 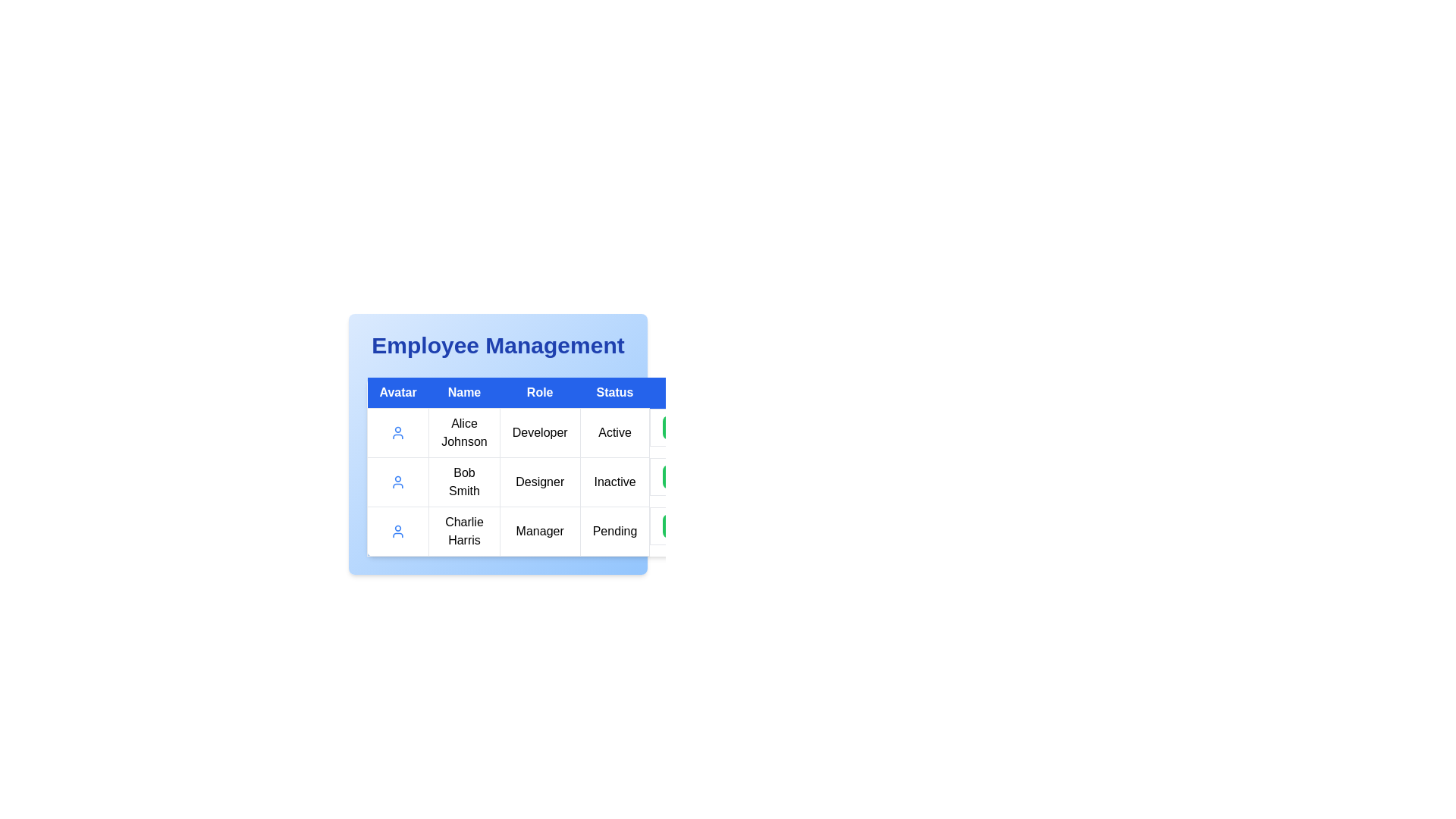 I want to click on the non-interactive text label indicating the role of 'Bob Smith' in the table, located in the third column of the second row under the 'Role' header, so click(x=540, y=482).